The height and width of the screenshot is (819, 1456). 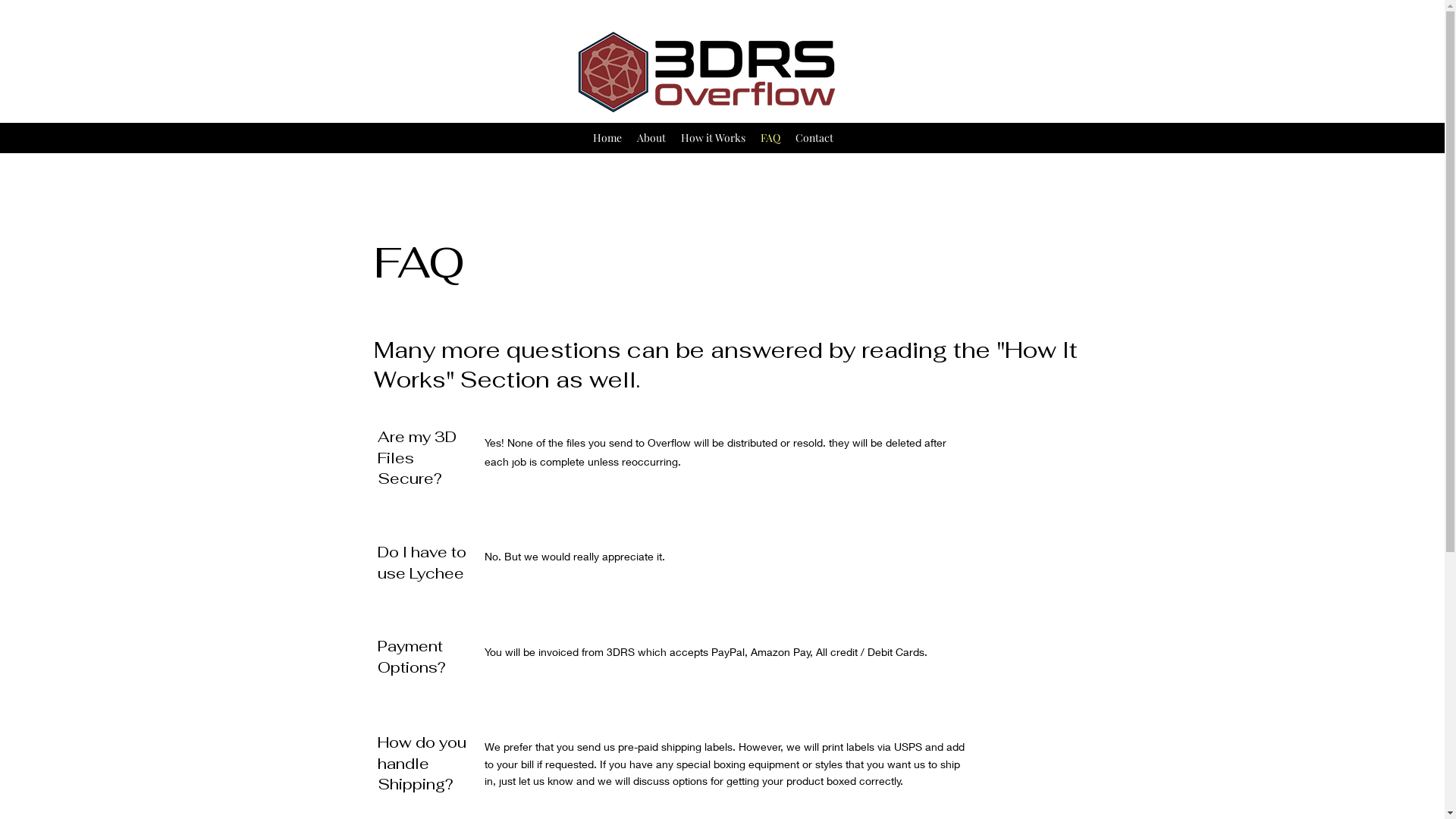 I want to click on 'FAQ', so click(x=769, y=137).